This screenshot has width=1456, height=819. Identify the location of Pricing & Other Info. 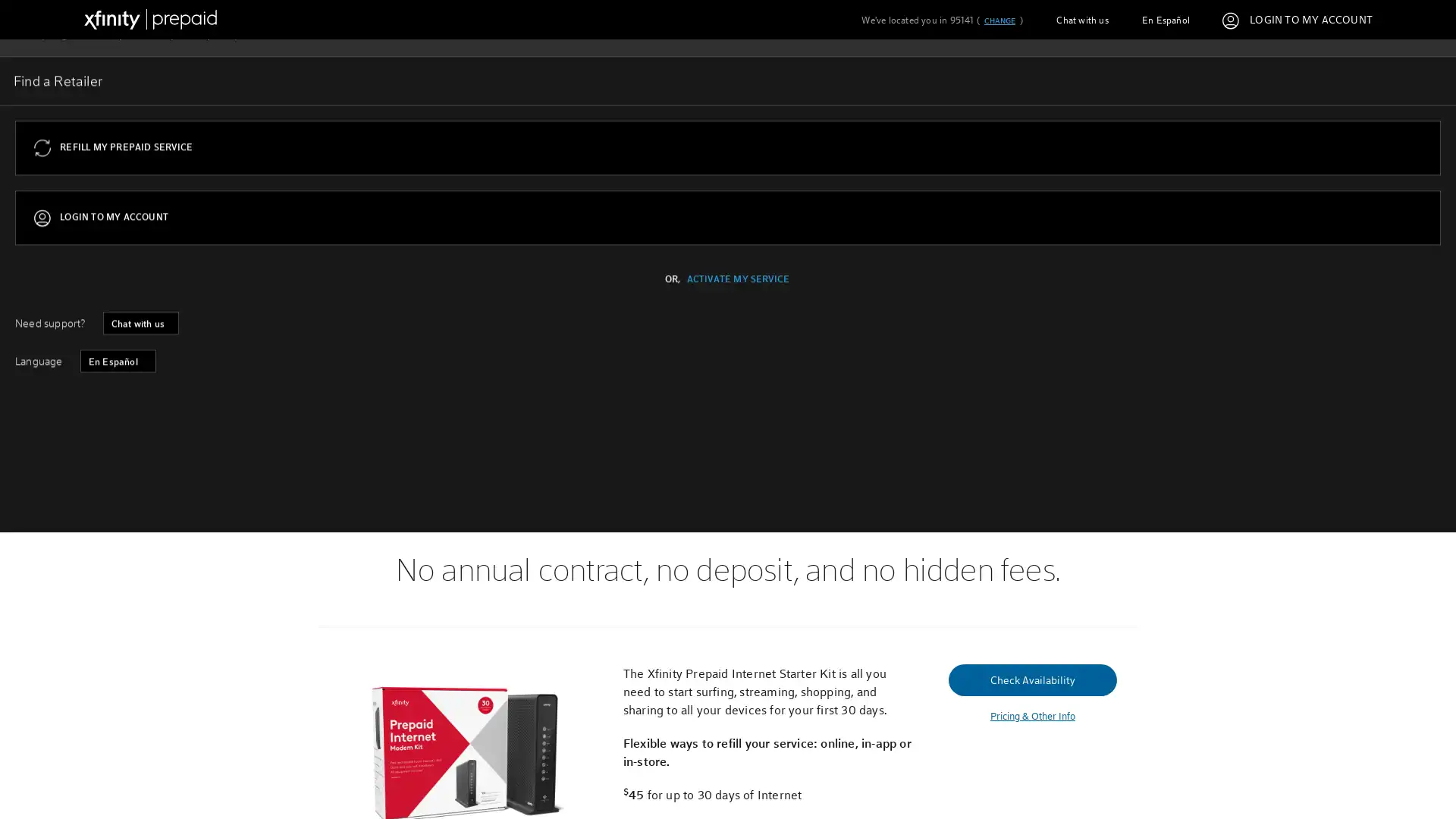
(1031, 716).